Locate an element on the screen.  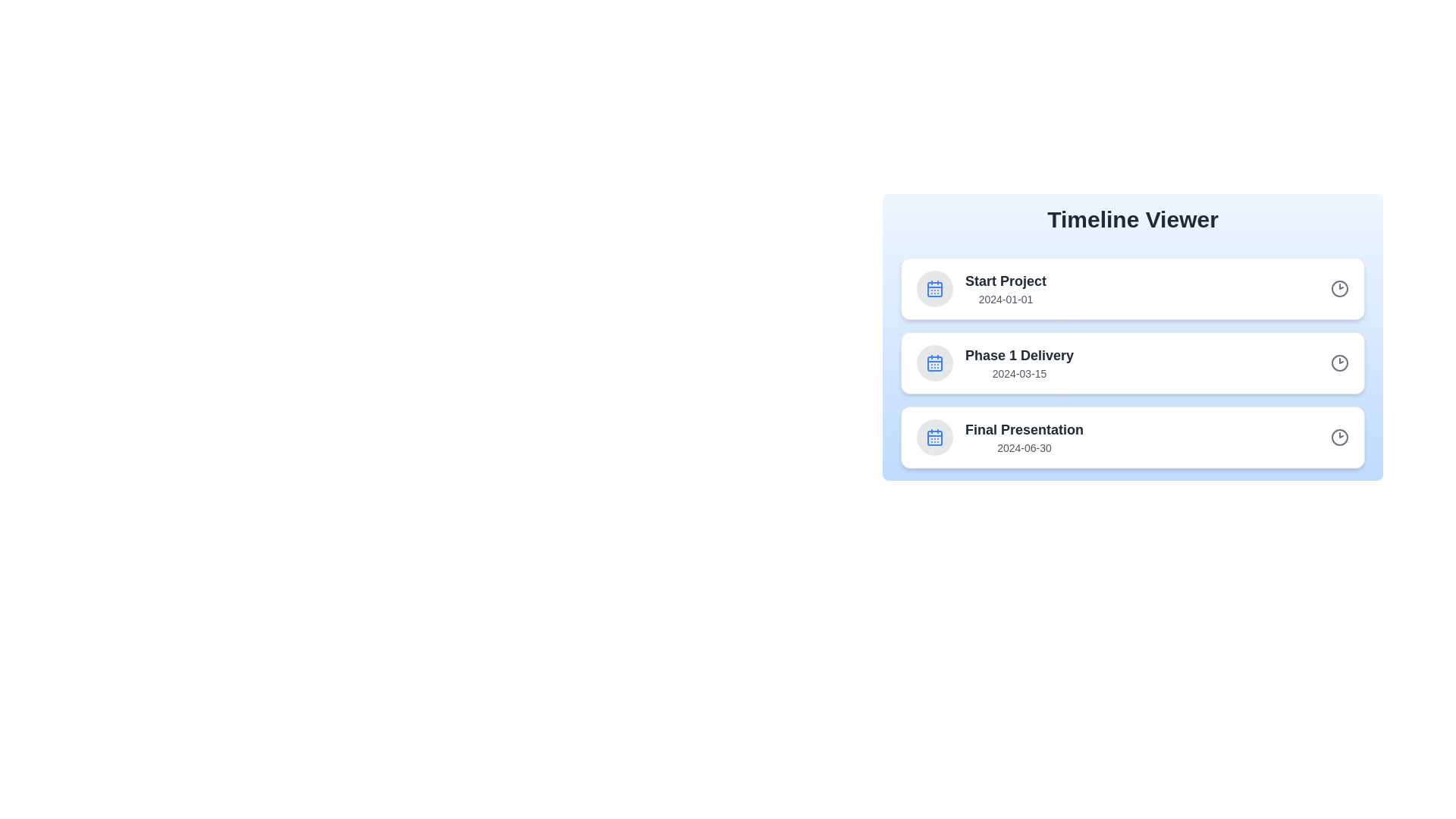
the 'Start Project' informational card, which features a blue calendar icon, bold text, and the date '2024-01-01', located at the top of the list in the 'Timeline Viewer' section is located at coordinates (981, 289).